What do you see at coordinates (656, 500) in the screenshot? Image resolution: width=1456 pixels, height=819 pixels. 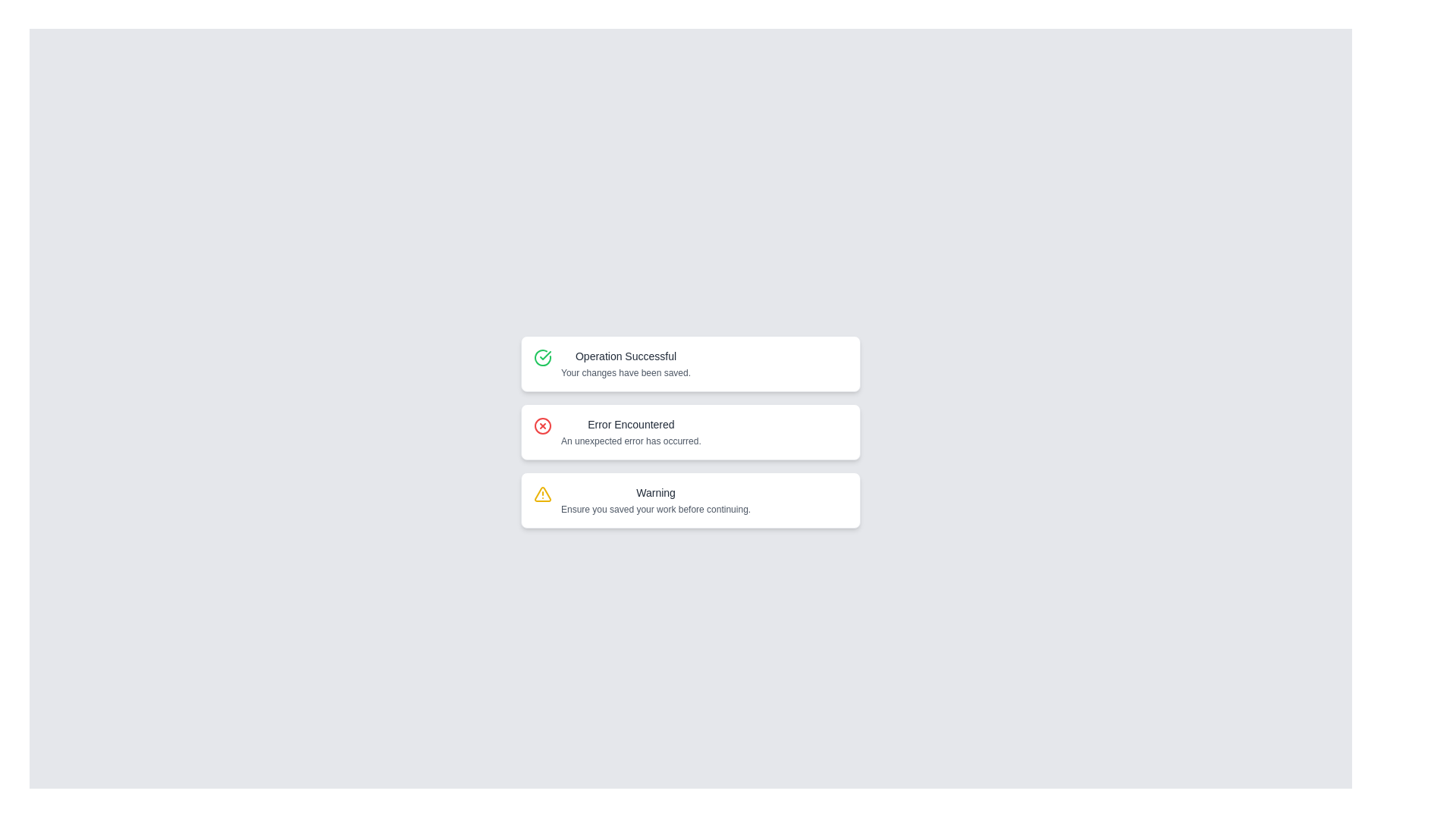 I see `the warning notification that emphasizes the need to save work, which is the third notification in a vertically stacked list` at bounding box center [656, 500].